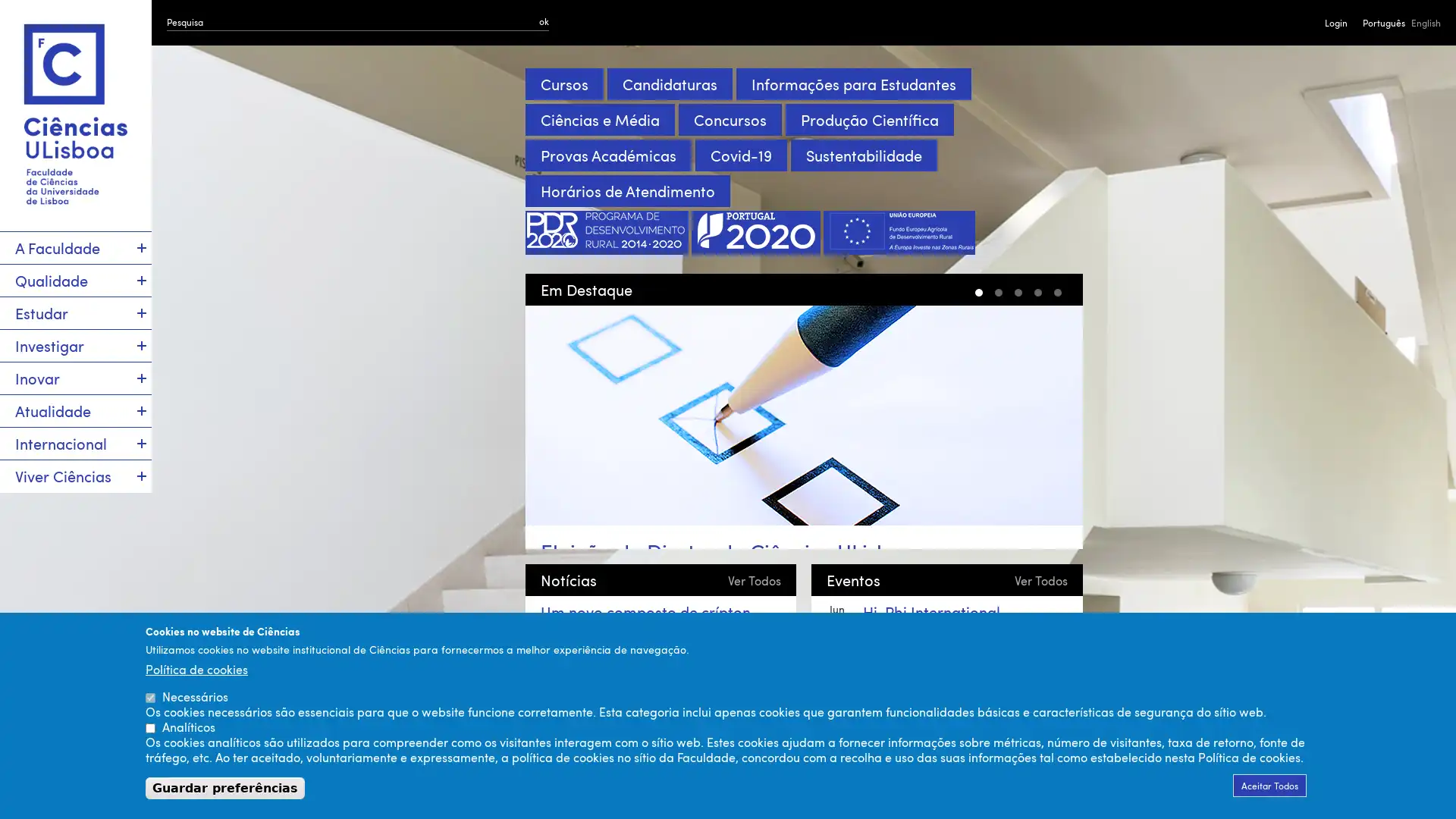 The image size is (1456, 819). I want to click on Aceitar Todos, so click(1269, 785).